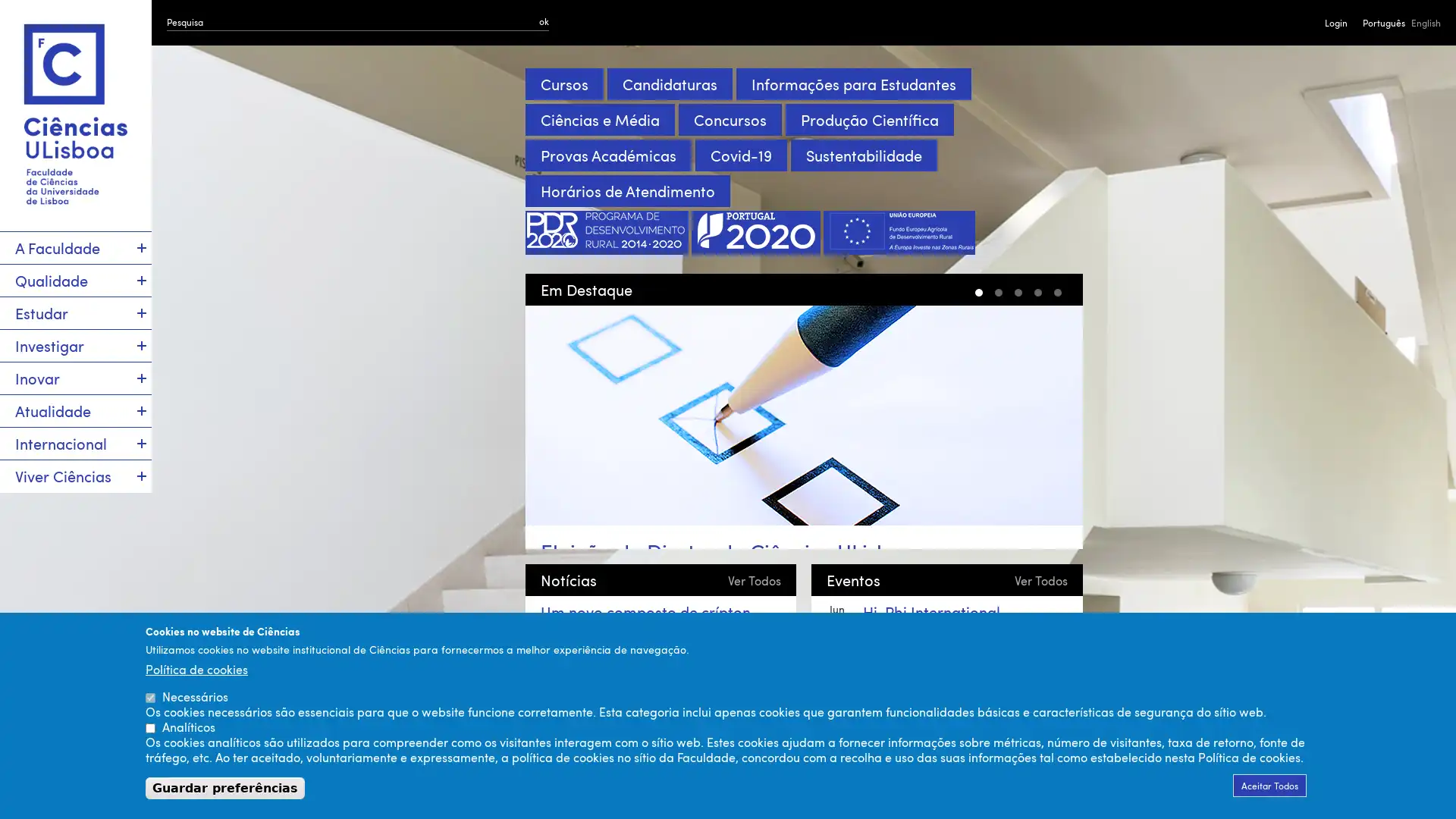 The image size is (1456, 819). I want to click on Aceitar Todos, so click(1269, 785).